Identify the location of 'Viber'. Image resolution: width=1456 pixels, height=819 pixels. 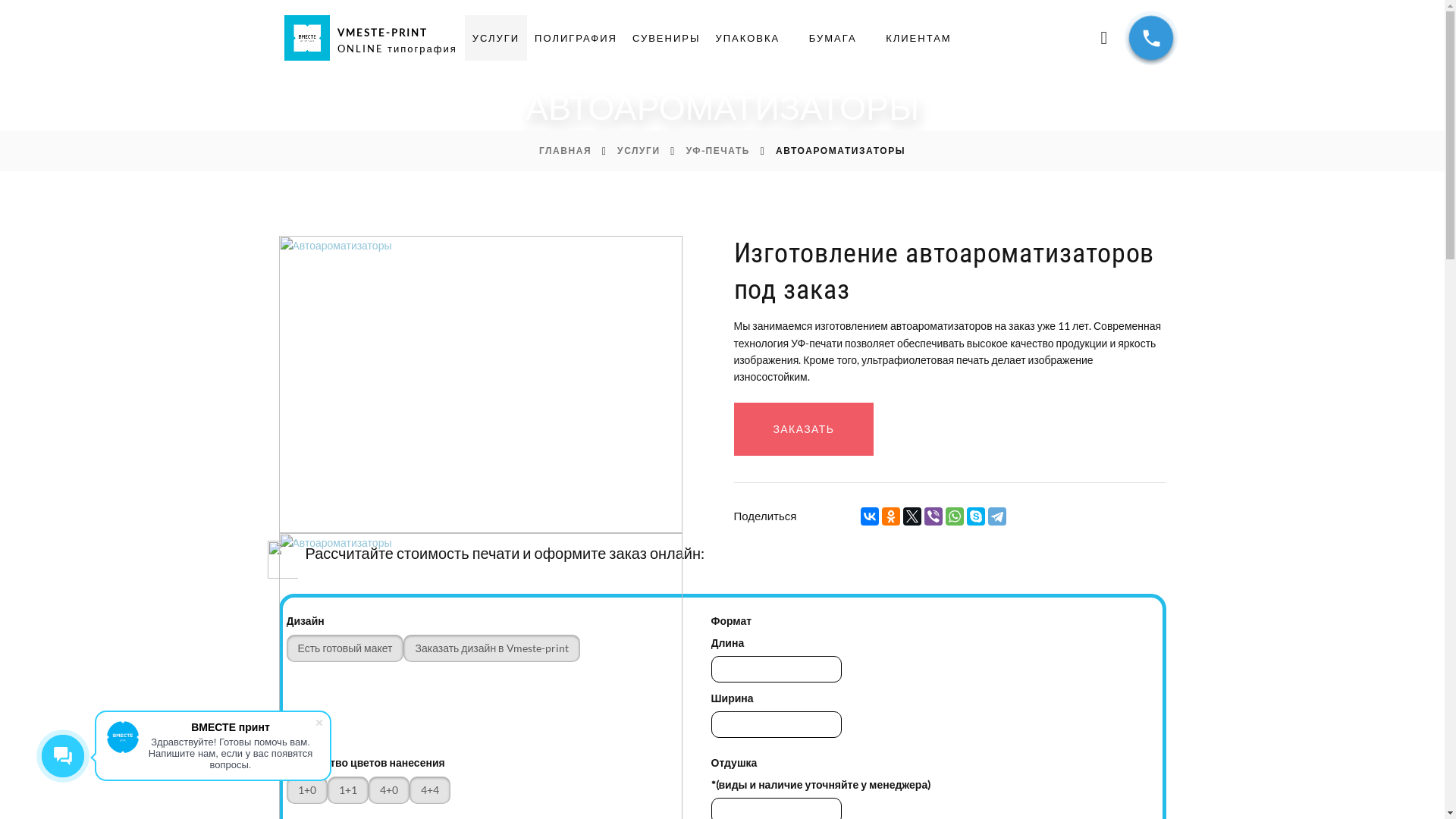
(932, 516).